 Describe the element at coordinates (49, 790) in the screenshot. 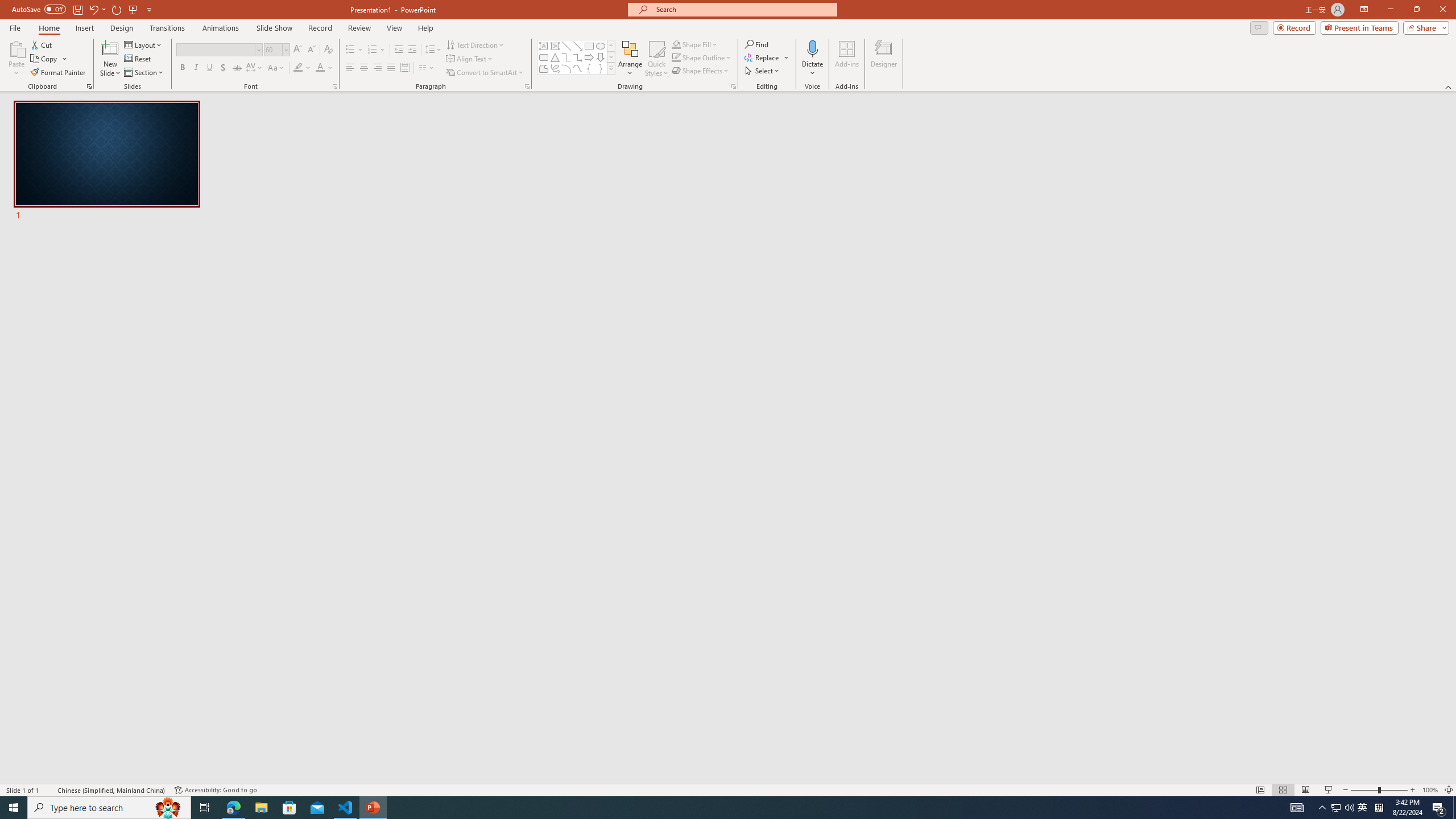

I see `'Spell Check '` at that location.